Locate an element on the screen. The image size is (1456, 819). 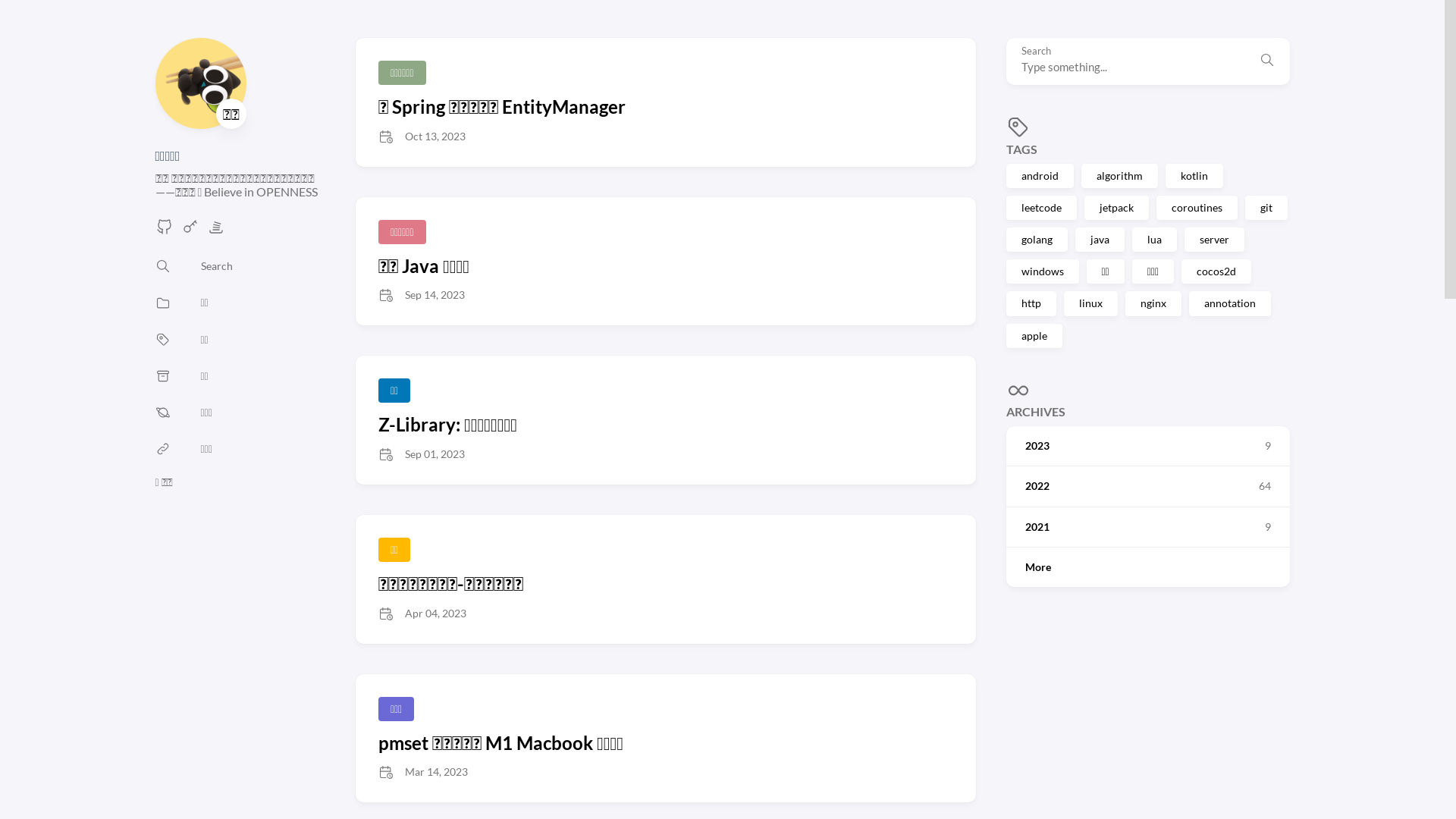
'cocos2d' is located at coordinates (1181, 271).